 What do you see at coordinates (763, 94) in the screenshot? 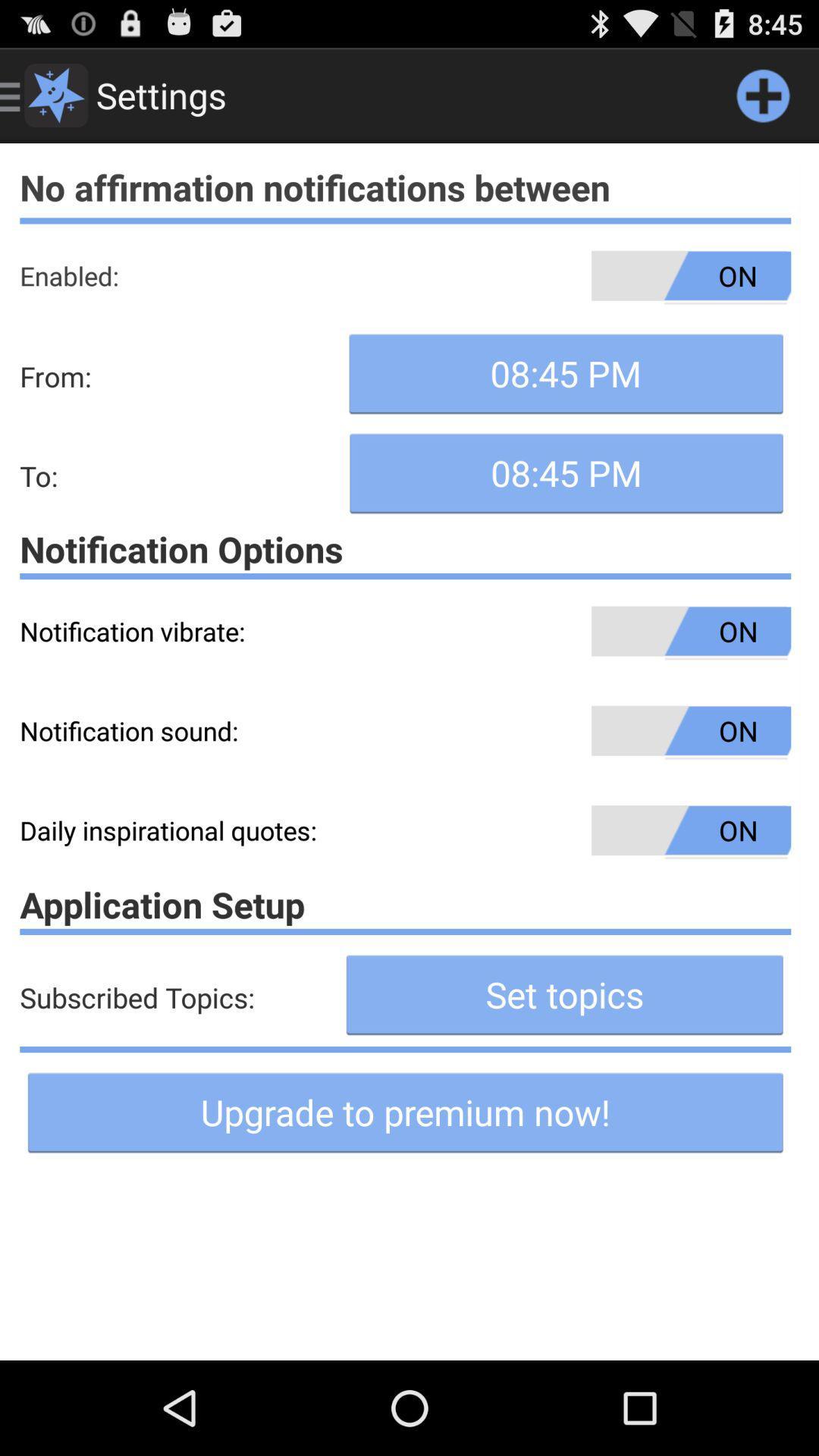
I see `plus mark` at bounding box center [763, 94].